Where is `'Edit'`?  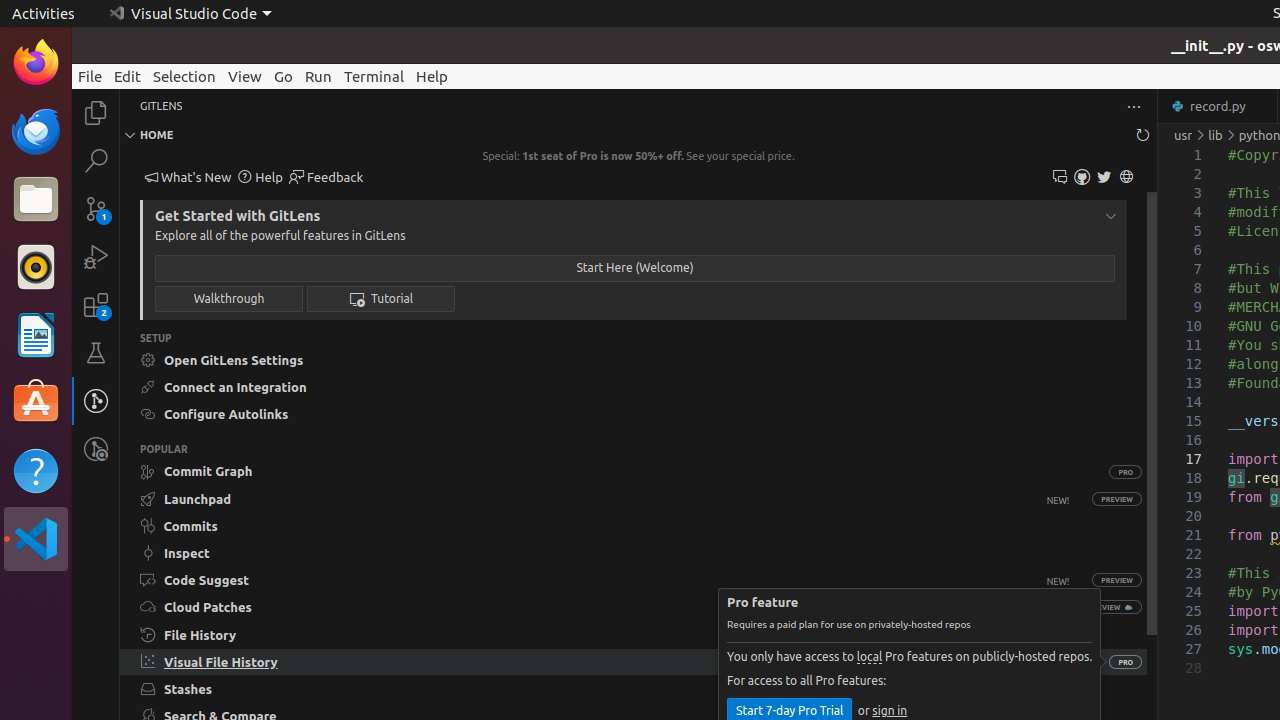 'Edit' is located at coordinates (126, 75).